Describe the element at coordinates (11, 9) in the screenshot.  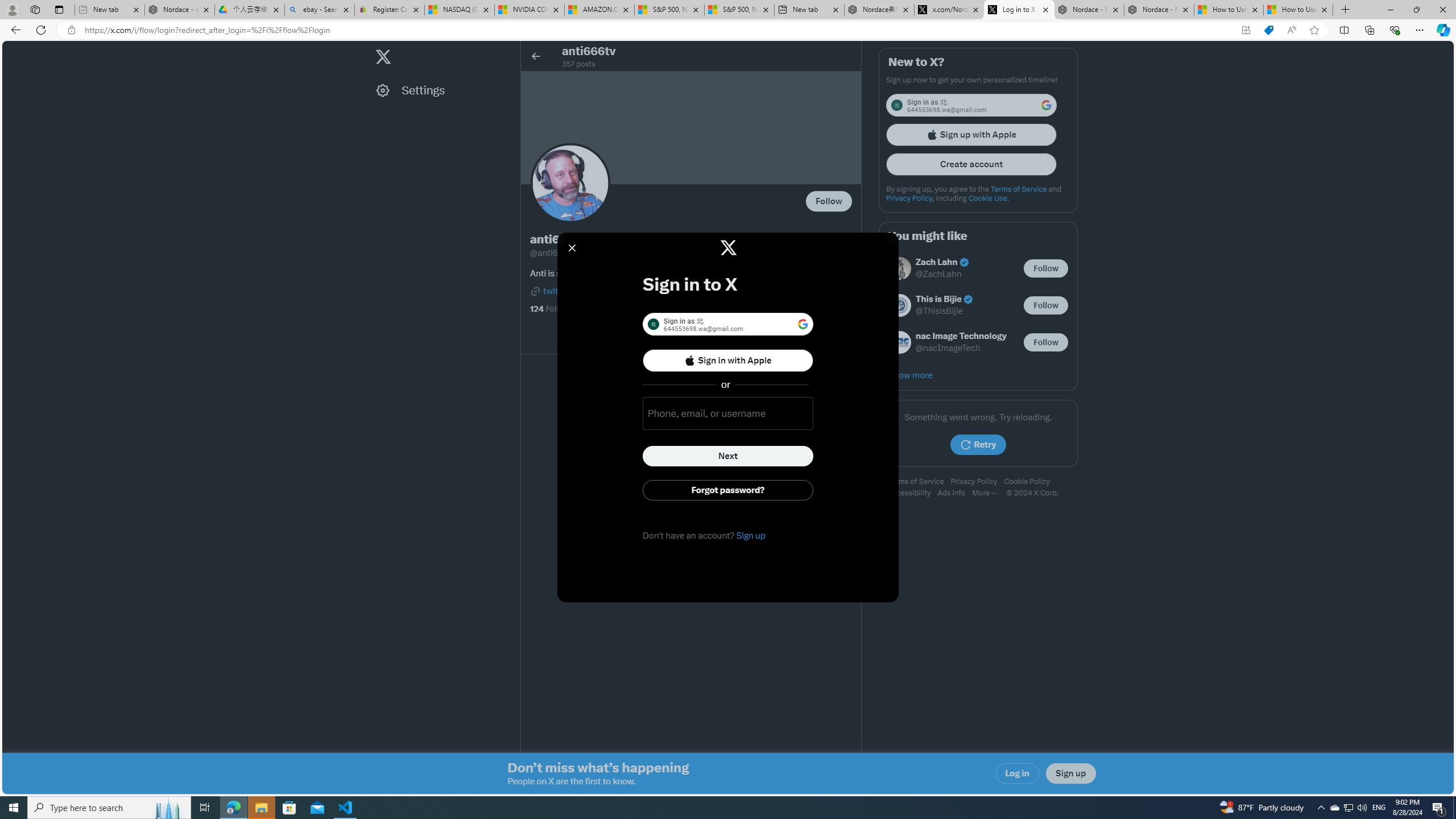
I see `'Personal Profile'` at that location.